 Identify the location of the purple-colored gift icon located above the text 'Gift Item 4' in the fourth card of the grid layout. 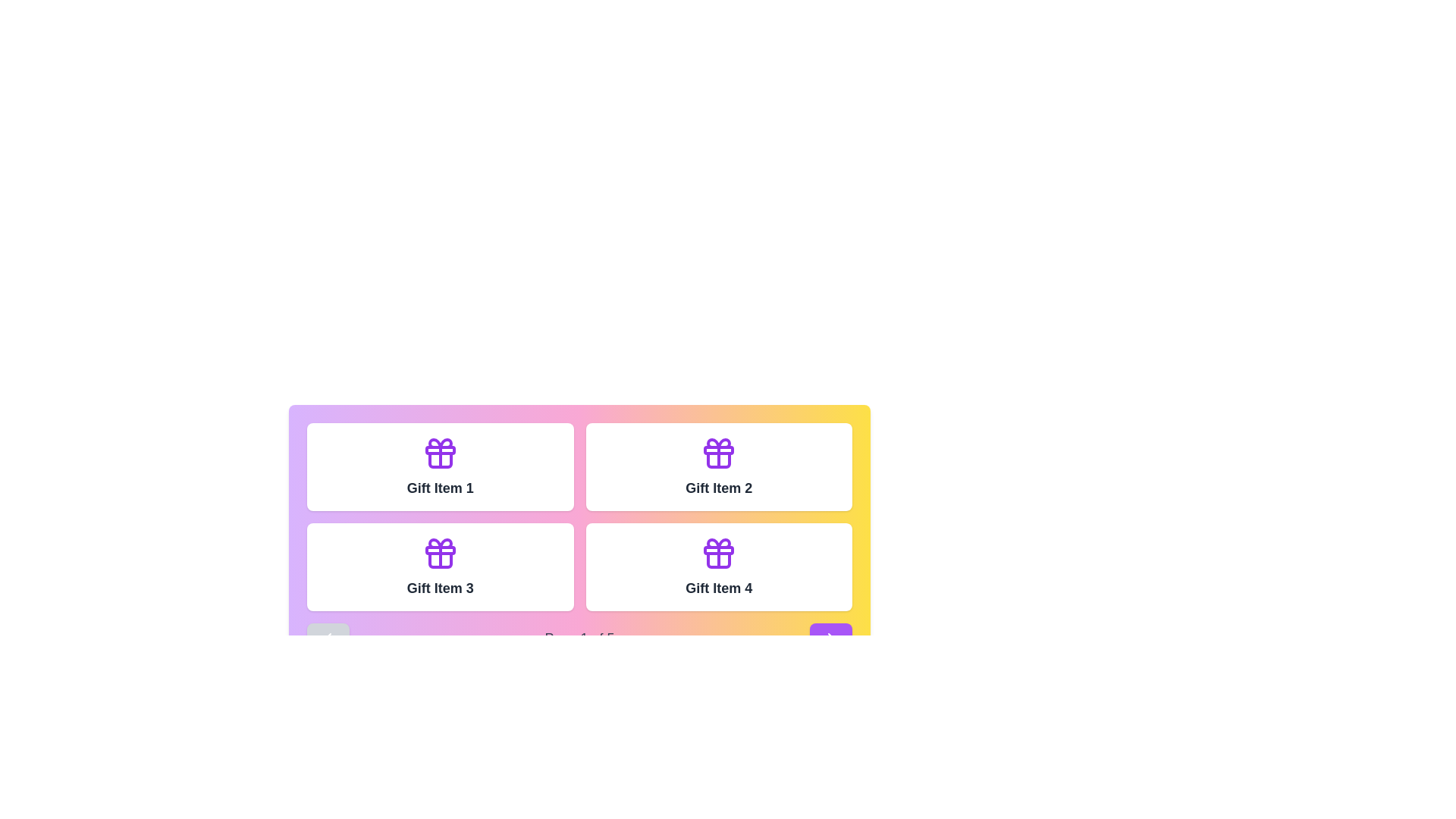
(718, 553).